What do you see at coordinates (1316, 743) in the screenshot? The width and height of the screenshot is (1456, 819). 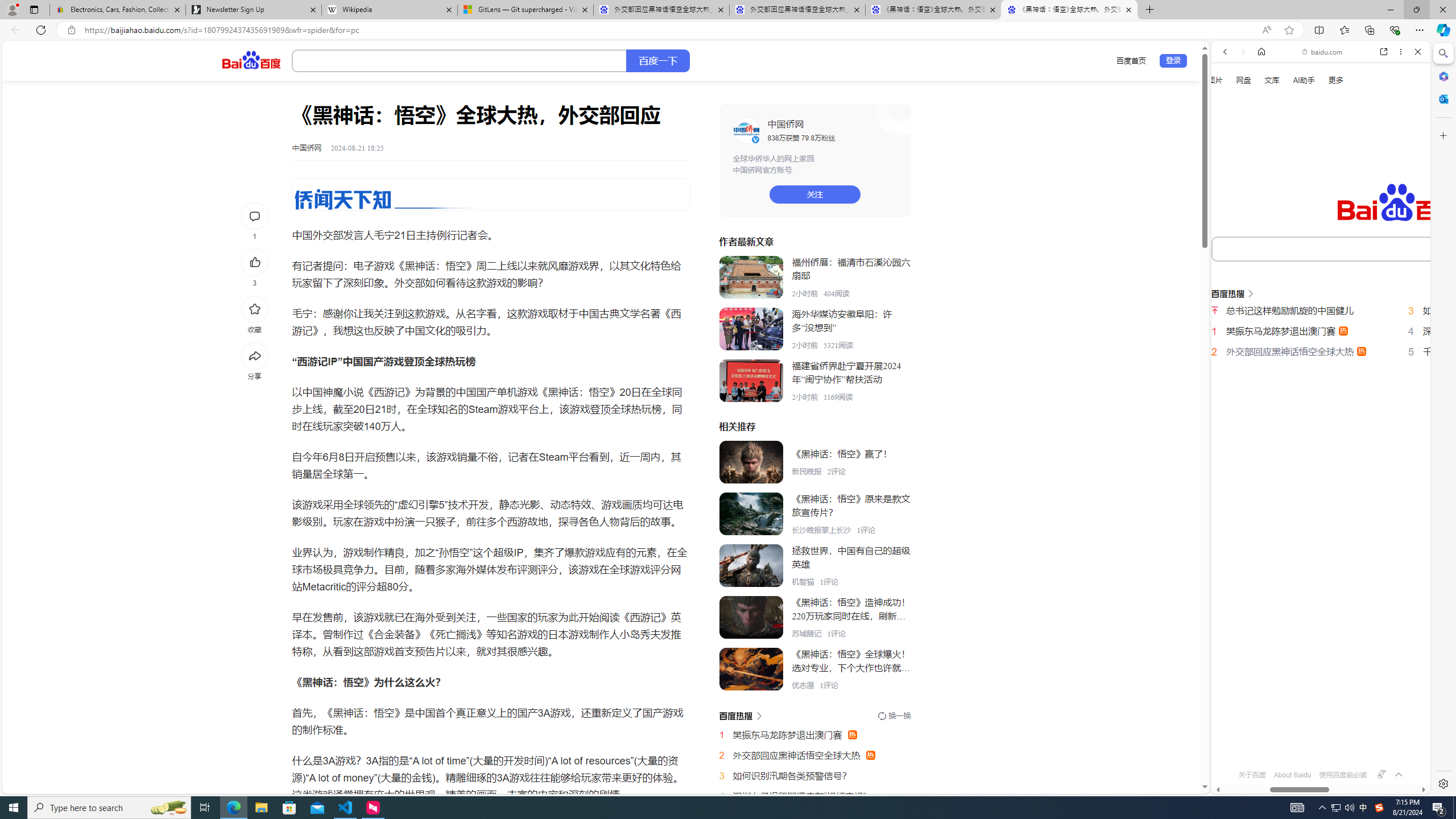 I see `'OFTV'` at bounding box center [1316, 743].